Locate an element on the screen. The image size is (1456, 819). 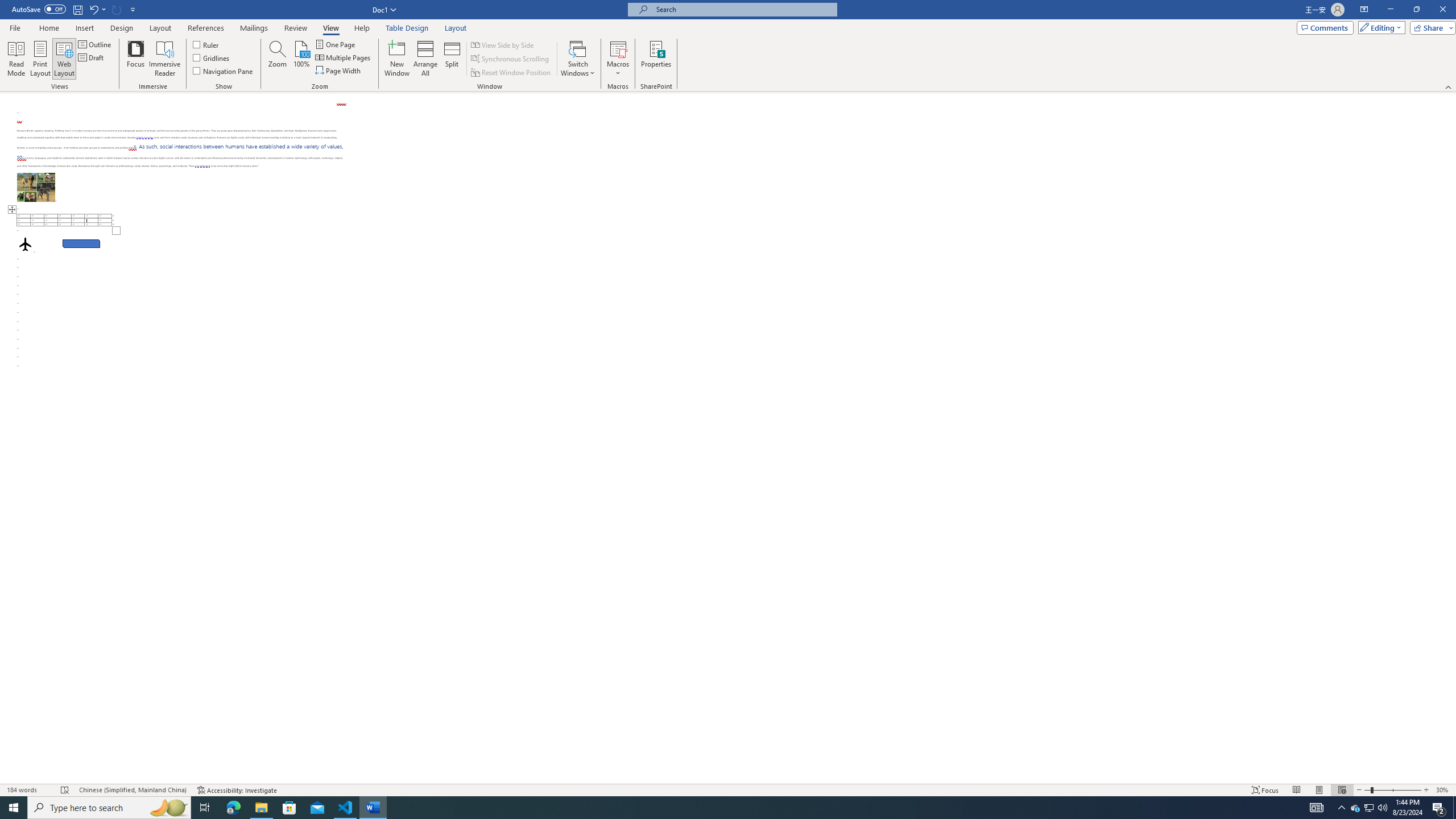
'Editing' is located at coordinates (1379, 27).